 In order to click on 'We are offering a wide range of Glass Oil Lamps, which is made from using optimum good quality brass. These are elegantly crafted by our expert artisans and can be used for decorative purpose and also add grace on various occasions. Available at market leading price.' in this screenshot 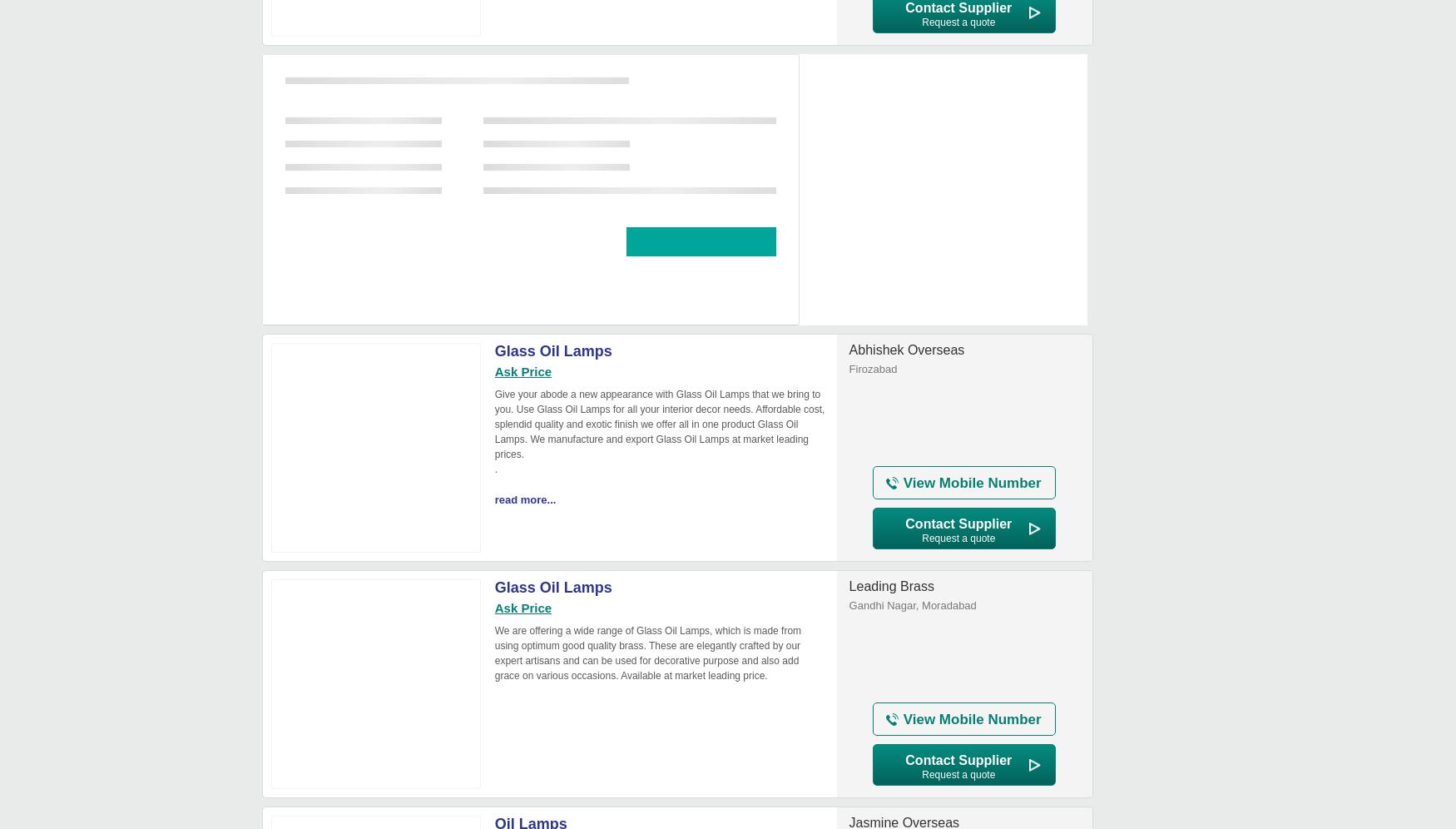, I will do `click(646, 653)`.